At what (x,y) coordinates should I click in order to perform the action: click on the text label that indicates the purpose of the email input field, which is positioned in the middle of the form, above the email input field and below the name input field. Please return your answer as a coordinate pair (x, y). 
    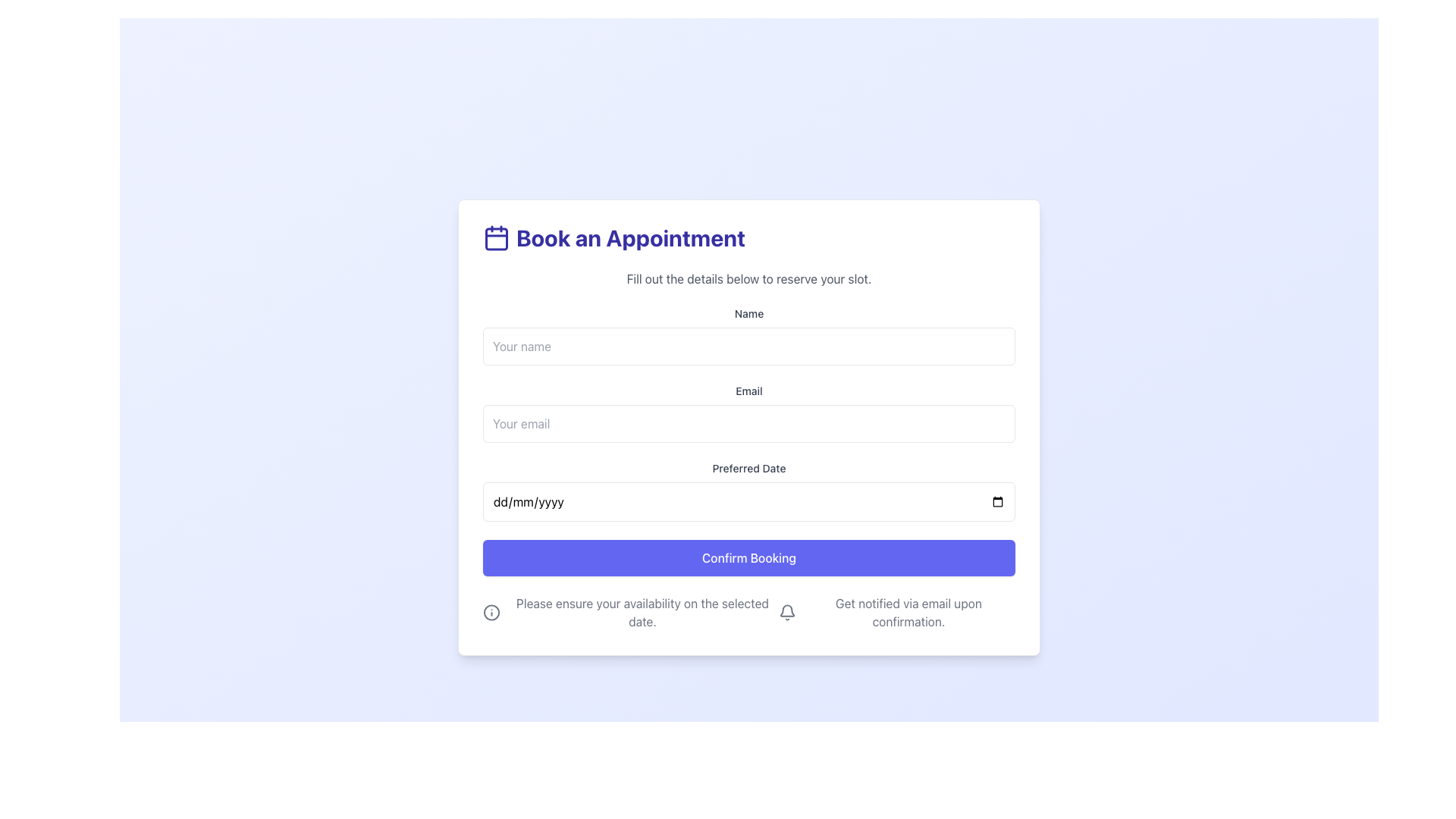
    Looking at the image, I should click on (749, 391).